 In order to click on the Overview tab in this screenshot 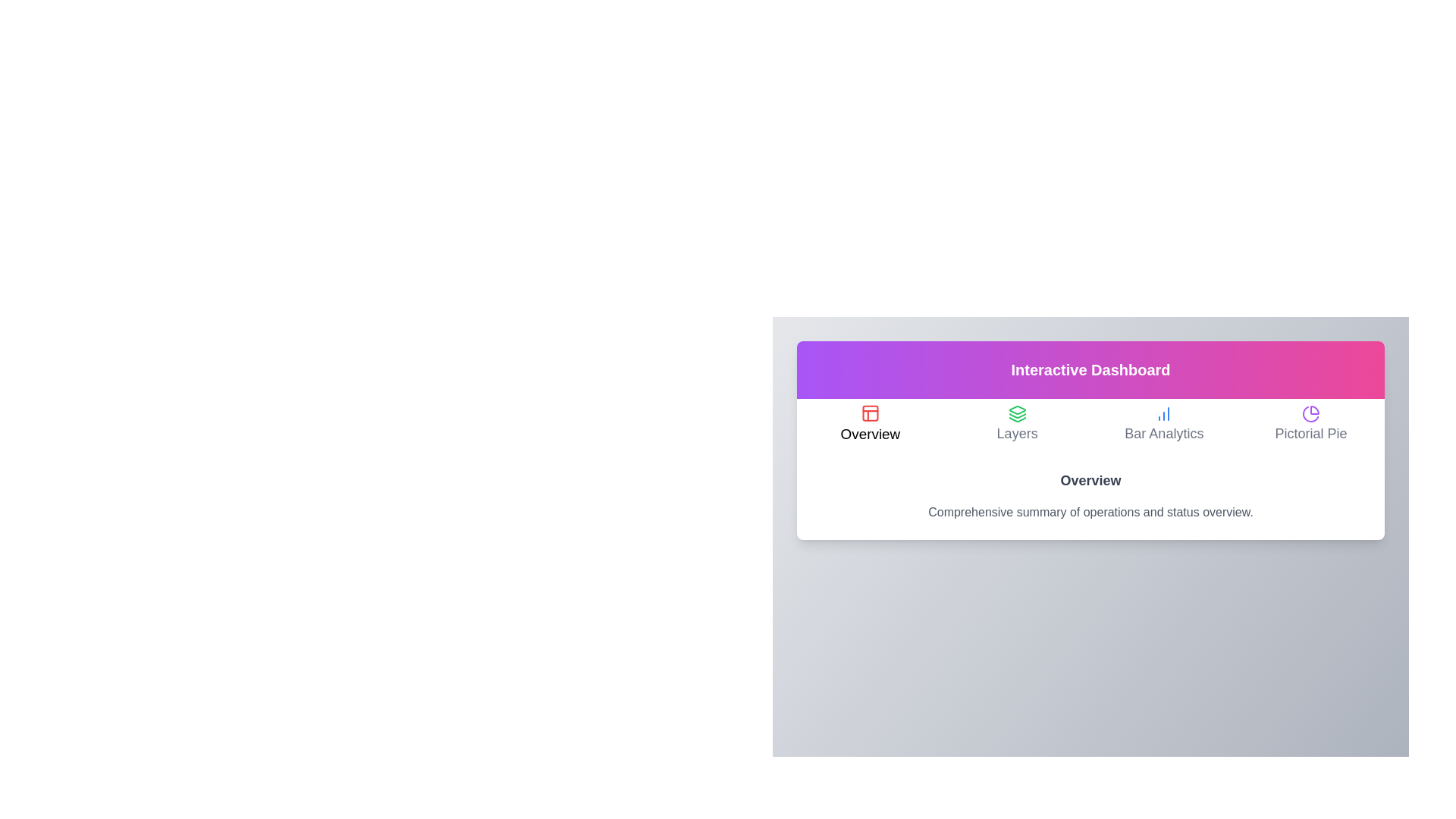, I will do `click(870, 425)`.